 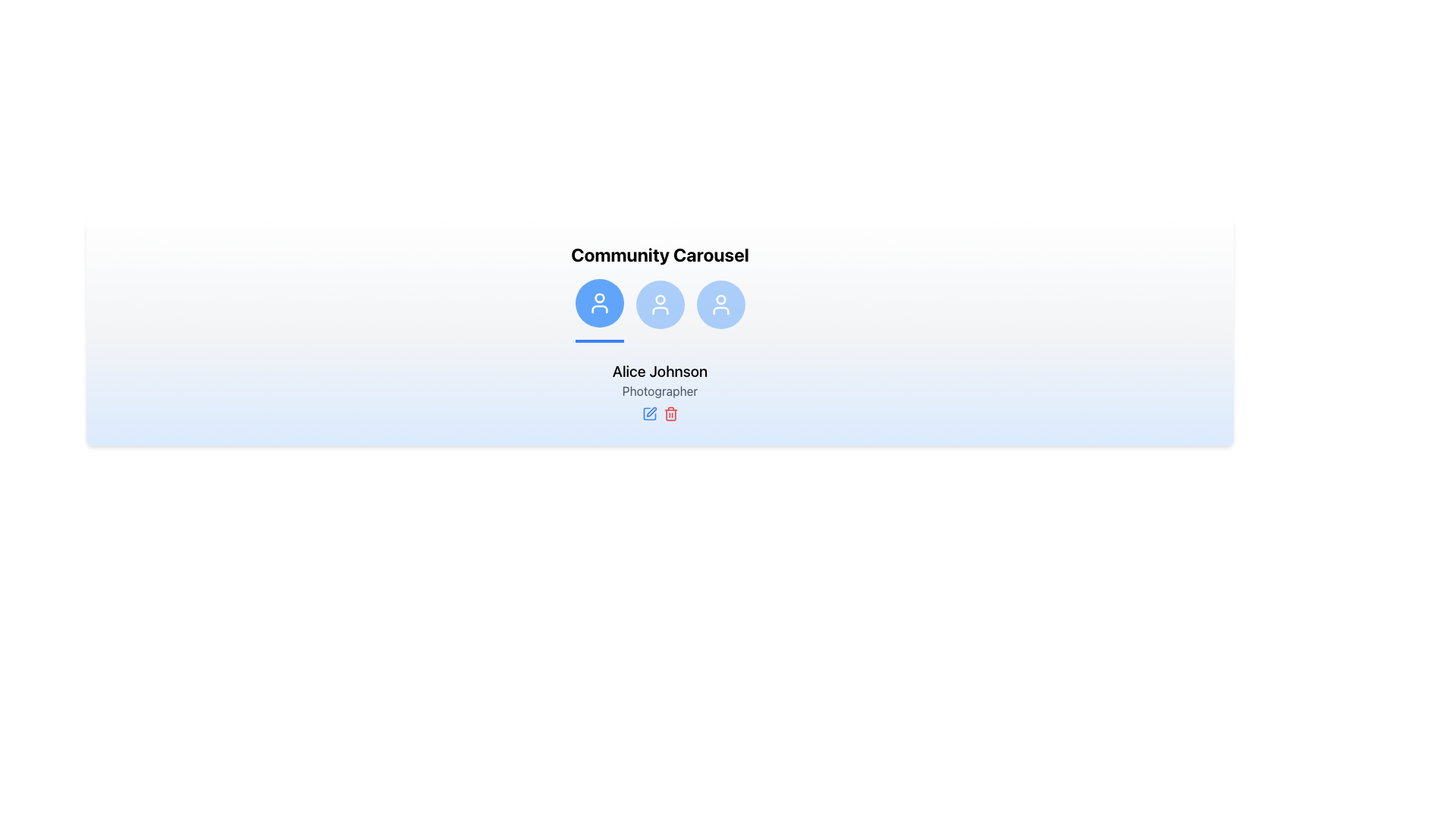 I want to click on the faded circular blue icon with a white user avatar symbol, so click(x=660, y=309).